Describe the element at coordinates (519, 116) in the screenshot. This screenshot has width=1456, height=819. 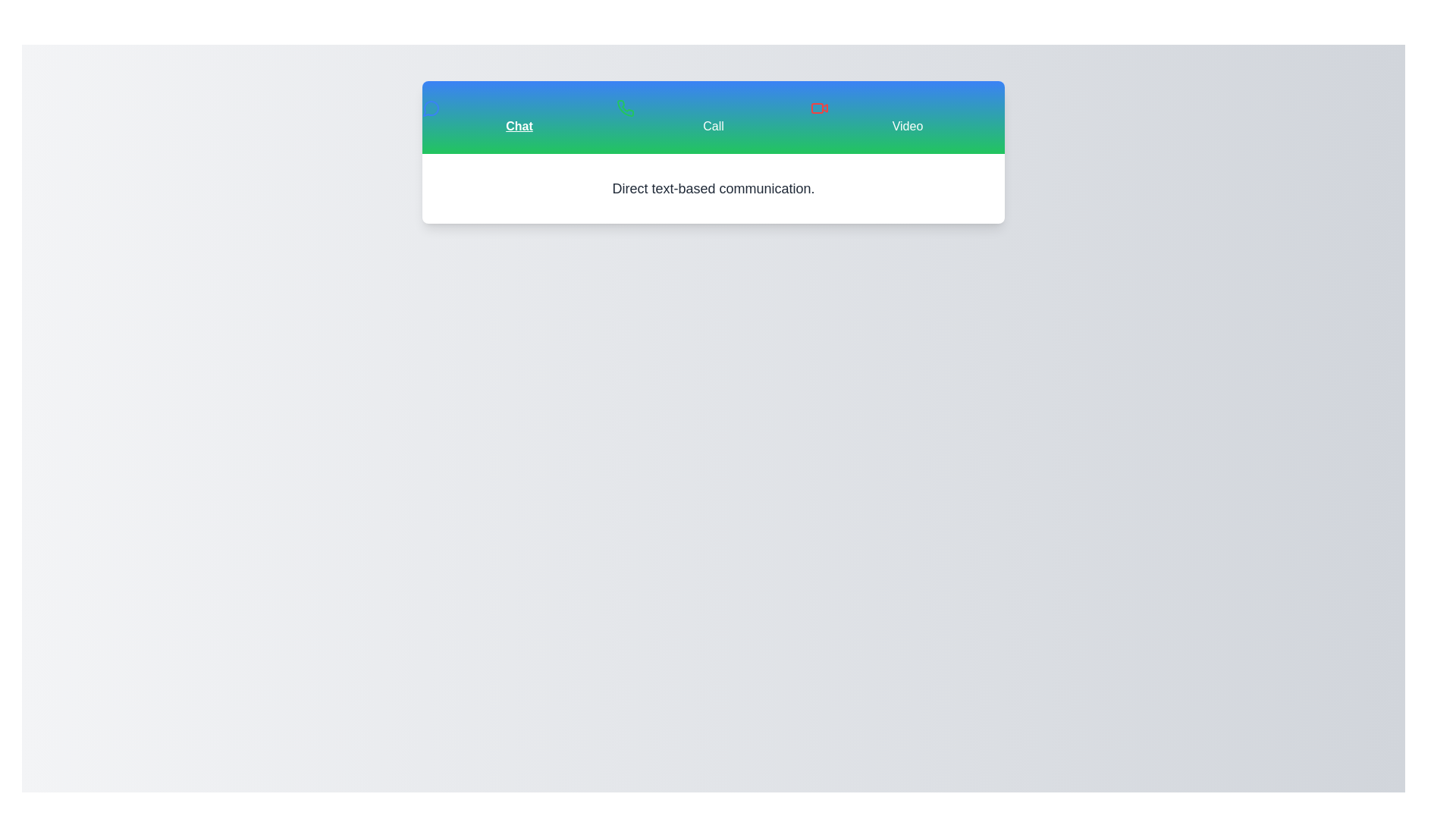
I see `the Chat tab by clicking on it` at that location.